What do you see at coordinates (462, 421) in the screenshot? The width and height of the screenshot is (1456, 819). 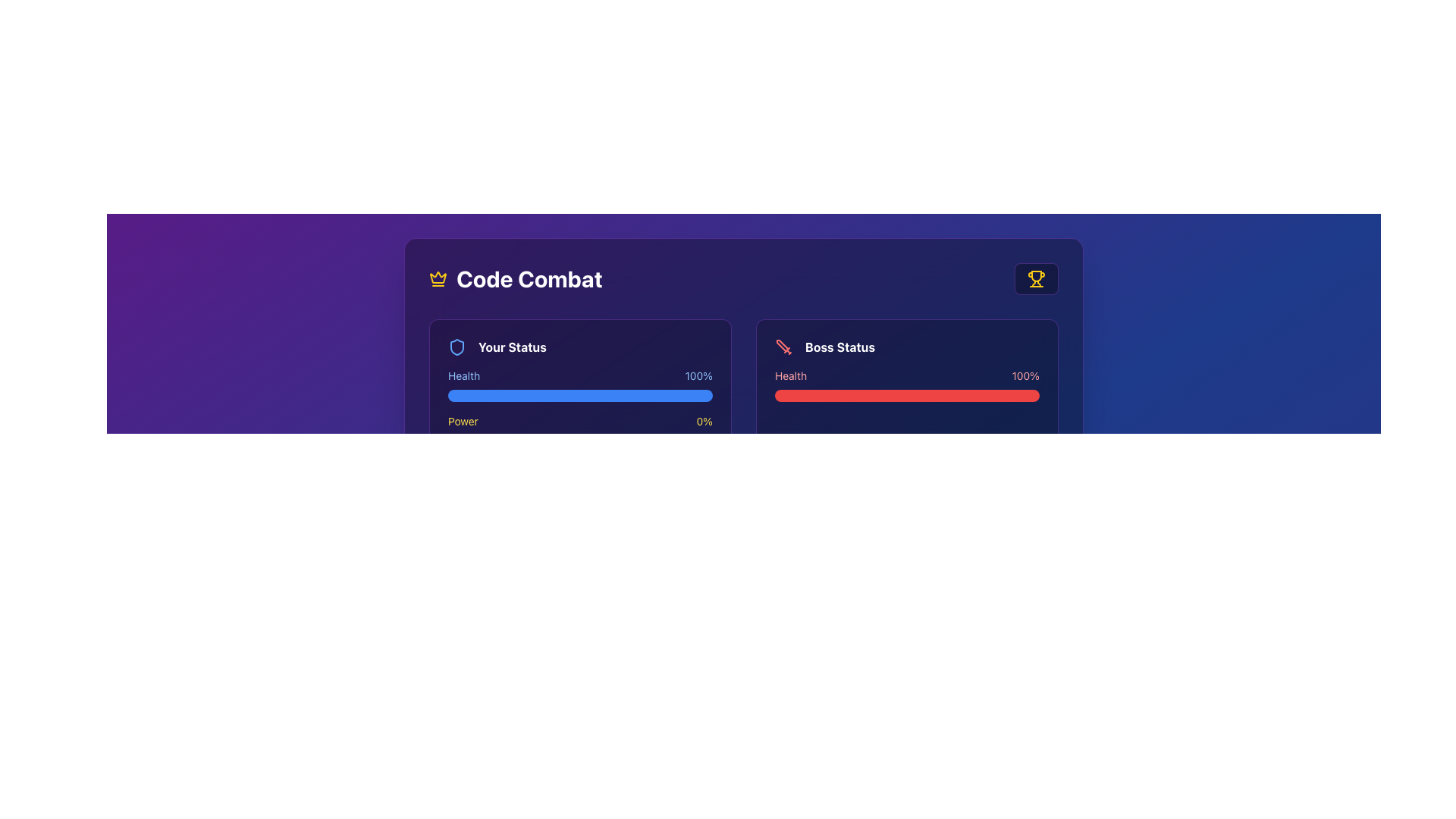 I see `the 'Power' label, which displays the word 'Power' in a bold yellow font on a dark blue background, located in the 'Your Status' section to the left of the interface` at bounding box center [462, 421].